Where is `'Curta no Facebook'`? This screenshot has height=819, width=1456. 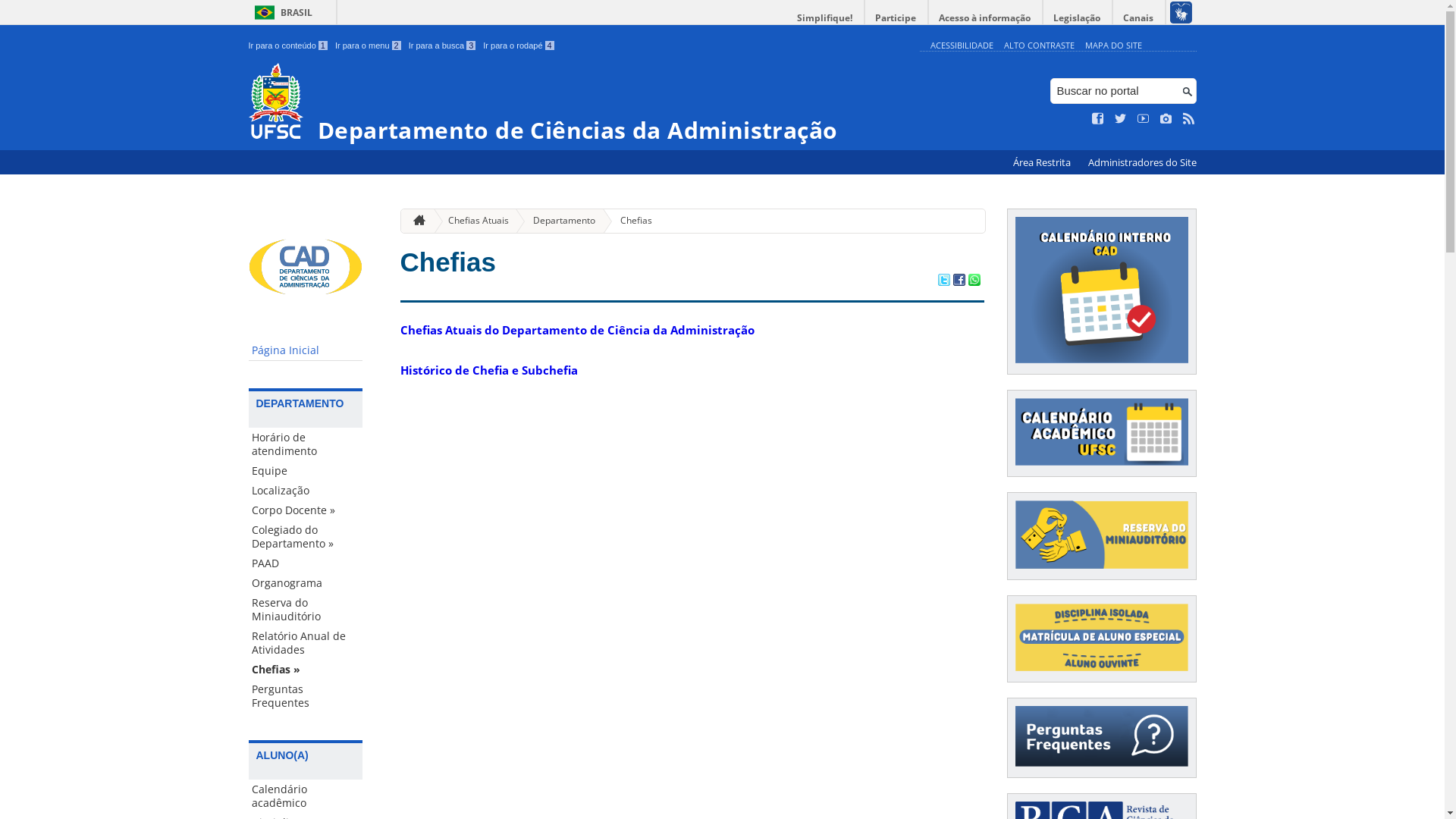
'Curta no Facebook' is located at coordinates (1098, 118).